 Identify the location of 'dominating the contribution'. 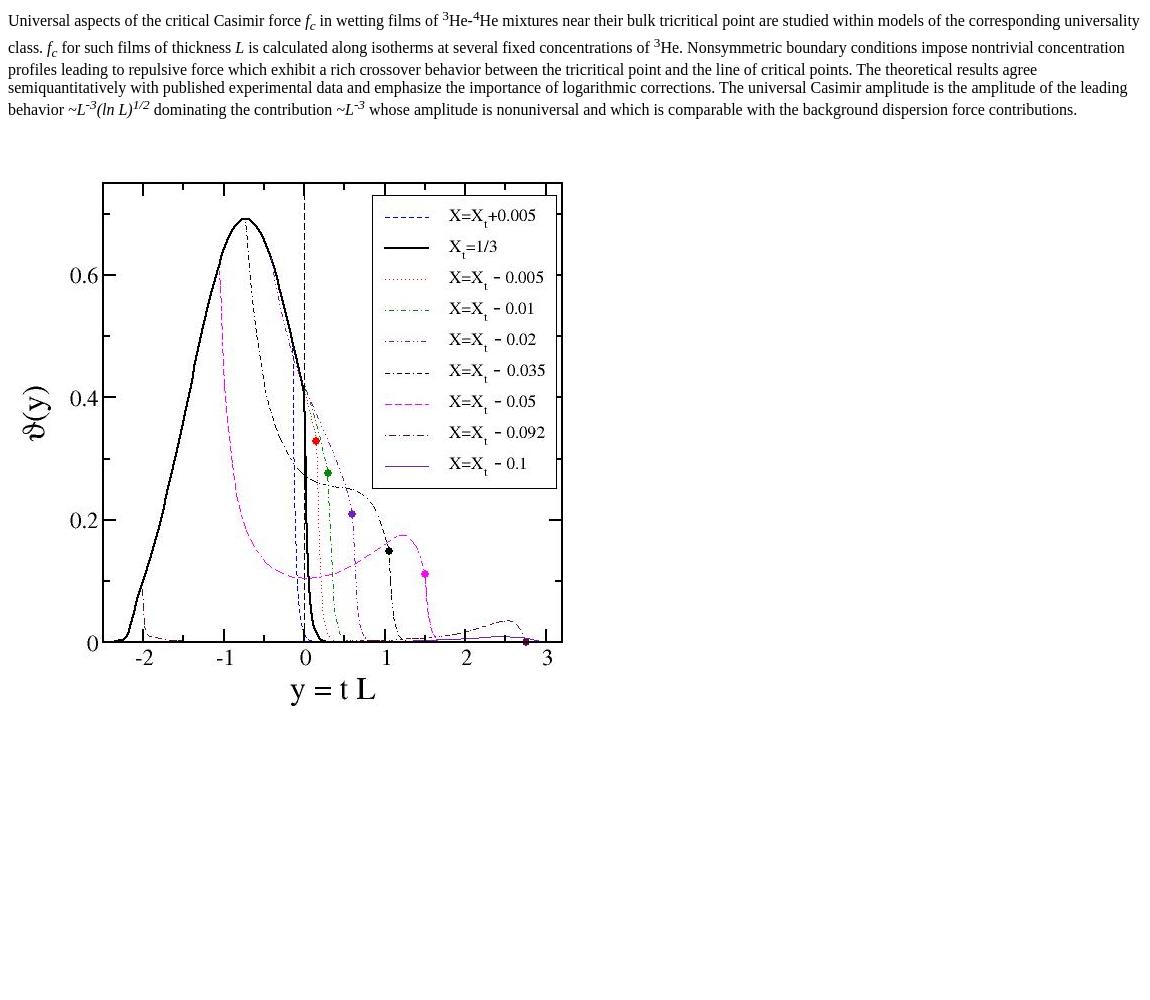
(241, 108).